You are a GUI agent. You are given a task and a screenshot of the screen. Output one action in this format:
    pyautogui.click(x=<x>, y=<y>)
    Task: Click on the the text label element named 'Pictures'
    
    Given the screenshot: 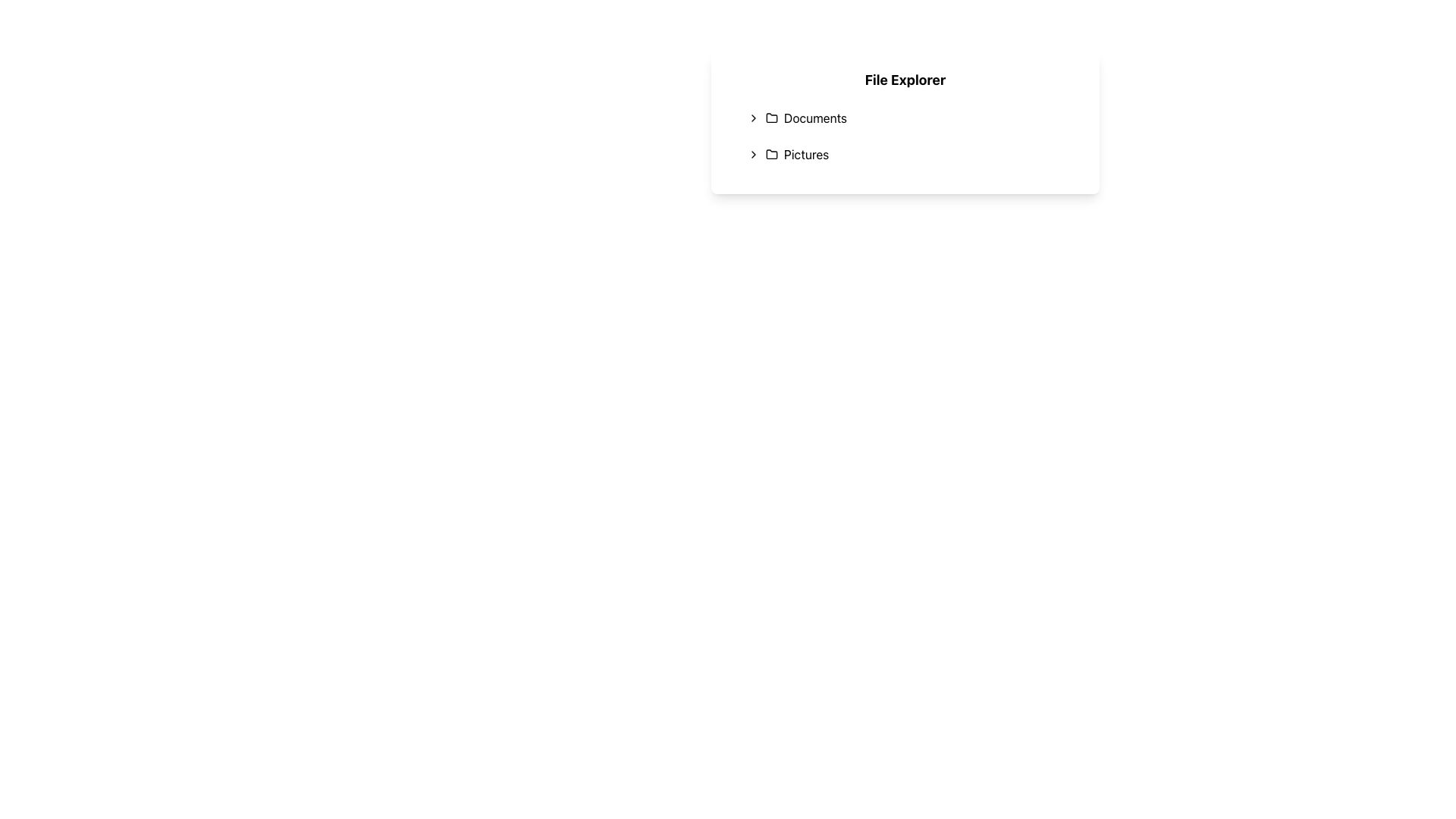 What is the action you would take?
    pyautogui.click(x=805, y=155)
    